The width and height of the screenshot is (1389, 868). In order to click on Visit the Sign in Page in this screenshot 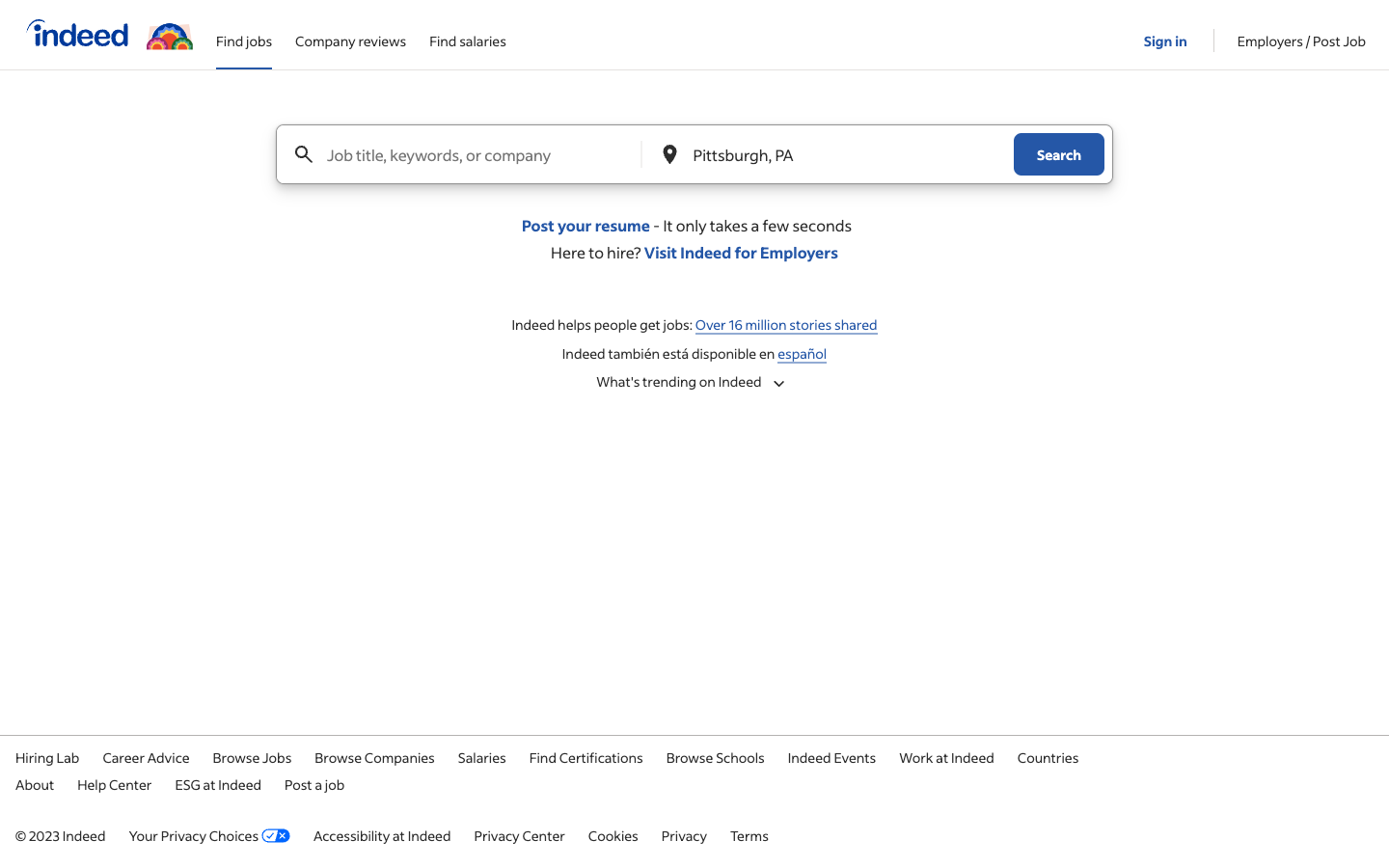, I will do `click(1166, 33)`.